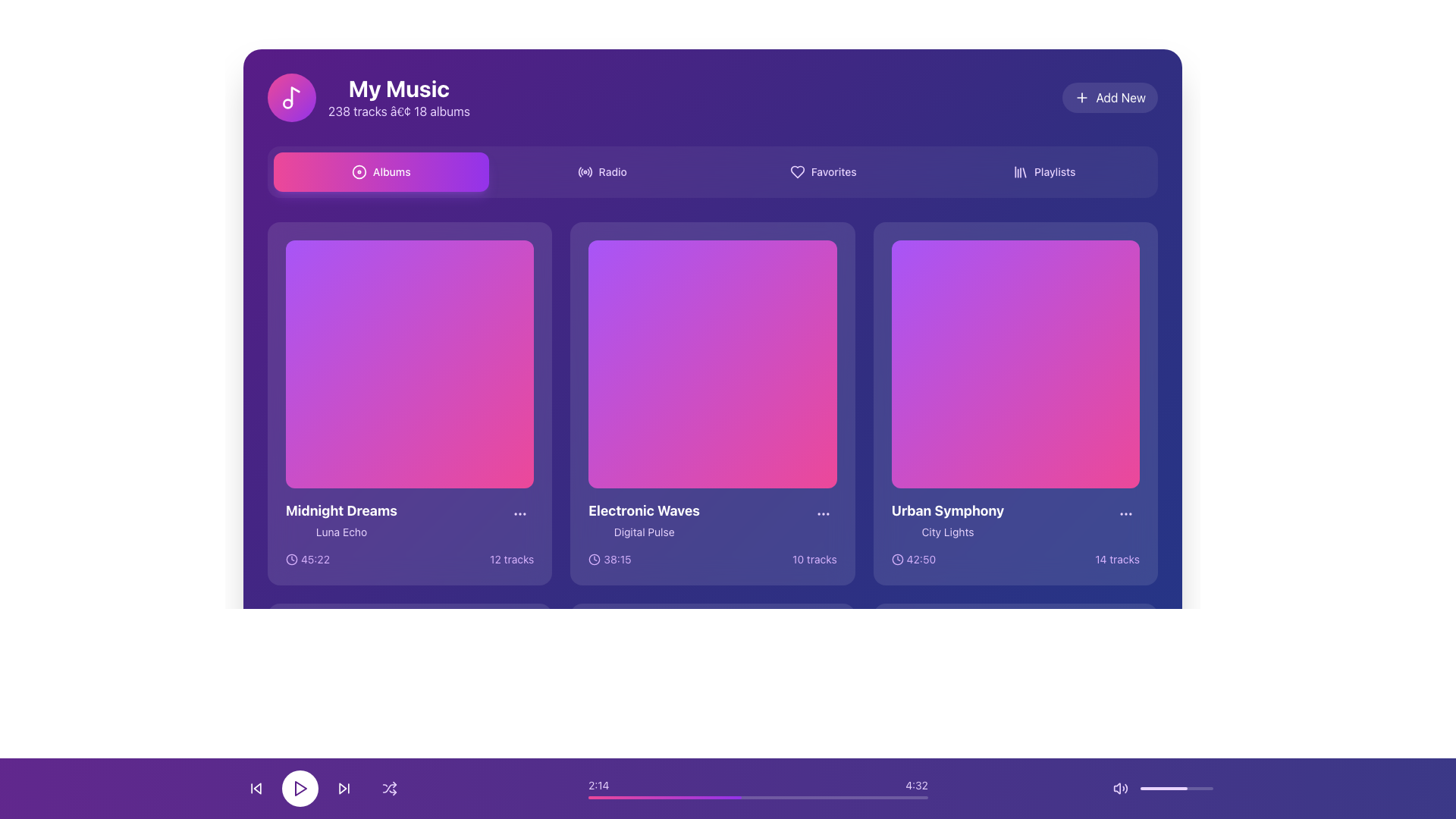 This screenshot has width=1456, height=819. Describe the element at coordinates (822, 171) in the screenshot. I see `the 'Favorites' button, which is the third button in the top-centered navigation bar, to activate the hover effect` at that location.